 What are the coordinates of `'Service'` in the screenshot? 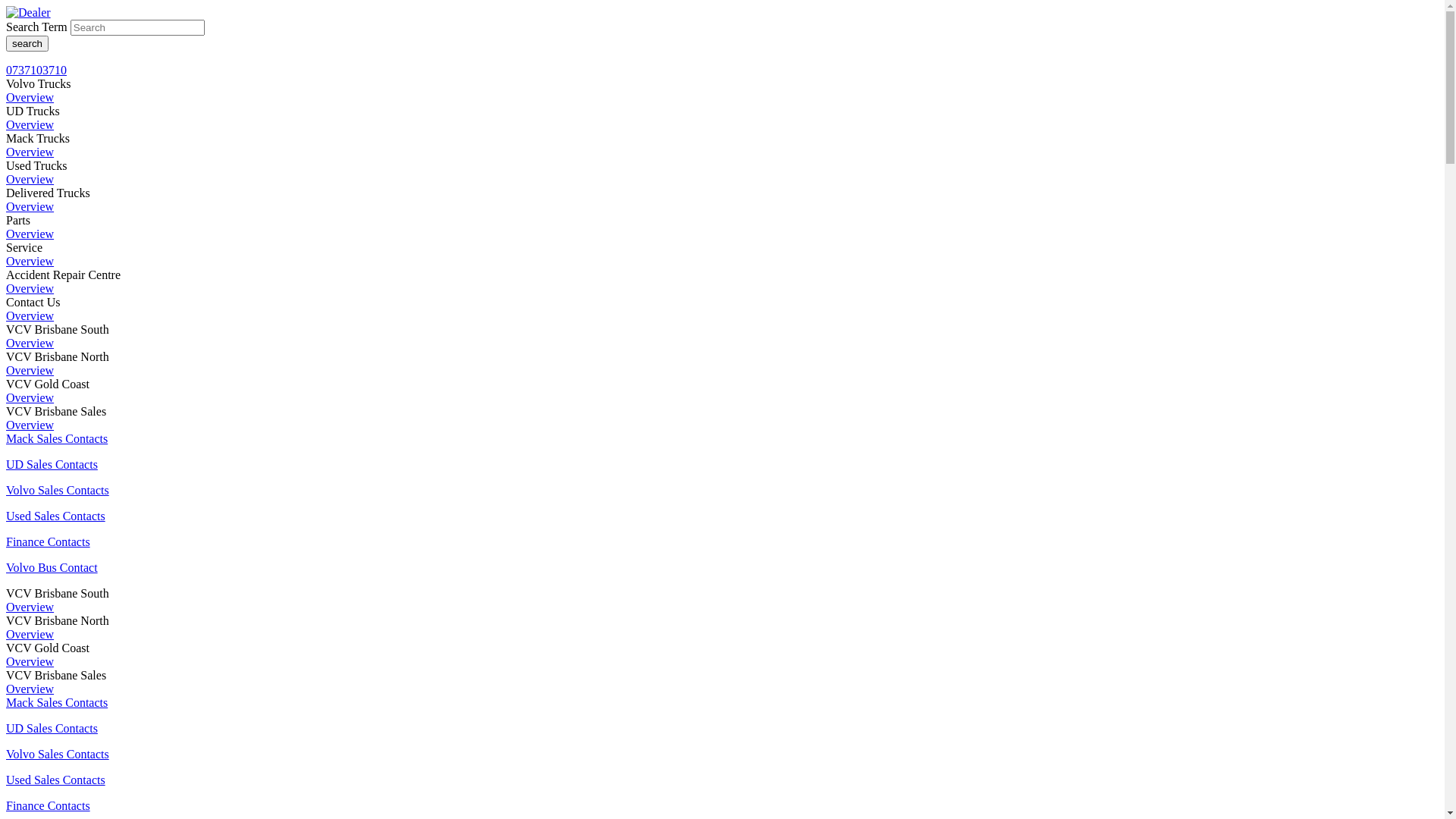 It's located at (24, 246).